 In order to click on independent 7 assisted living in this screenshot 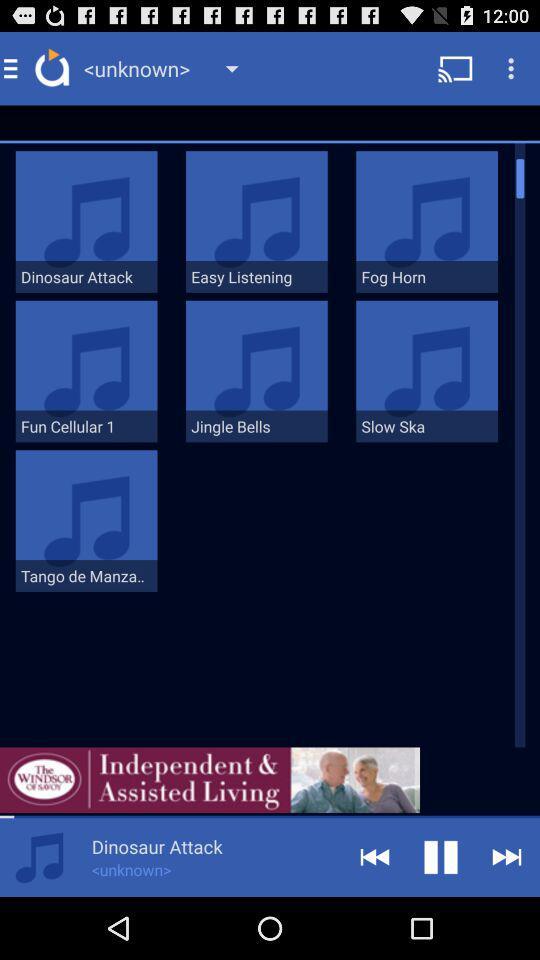, I will do `click(209, 779)`.